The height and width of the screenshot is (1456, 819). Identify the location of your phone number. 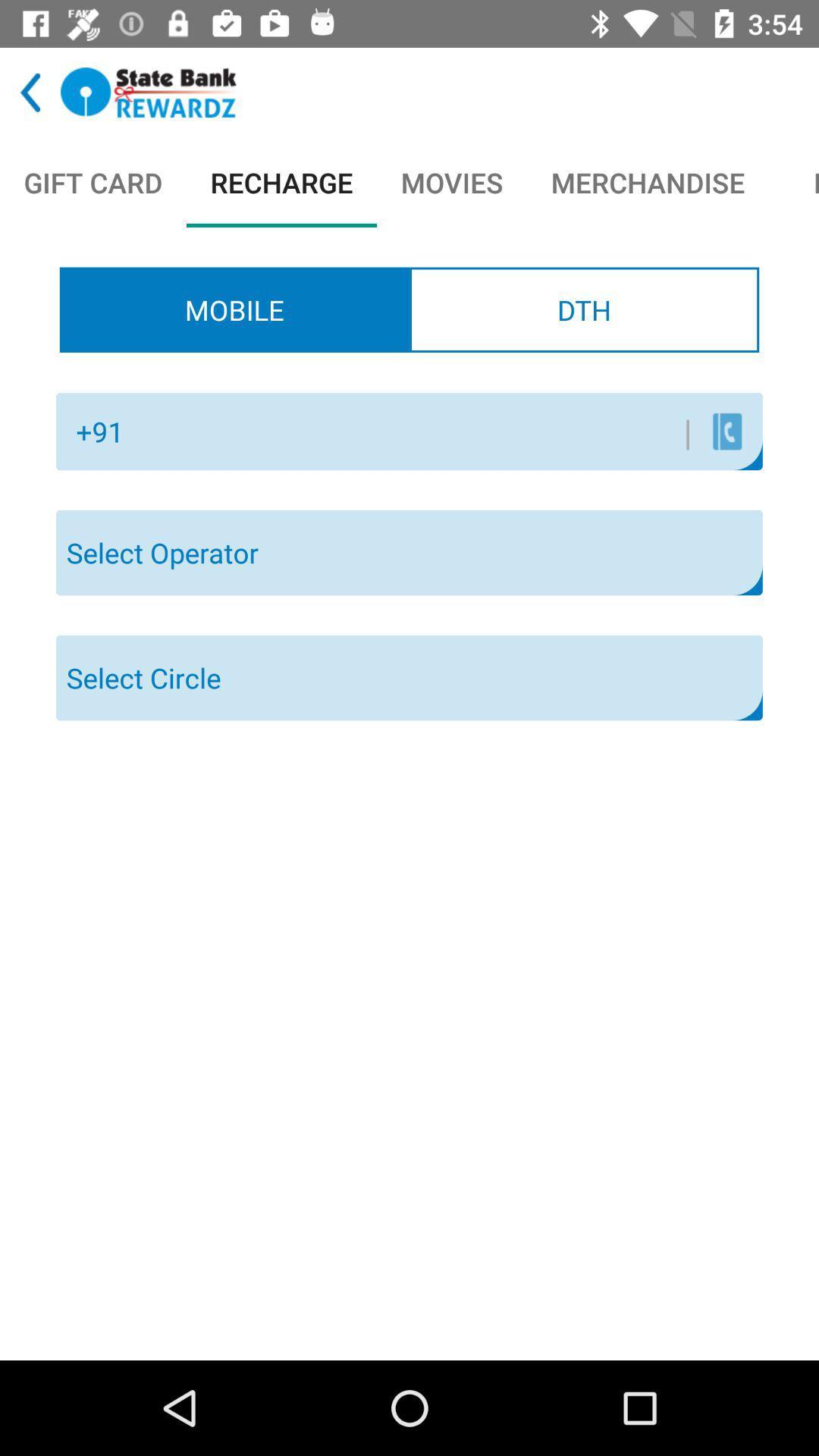
(413, 431).